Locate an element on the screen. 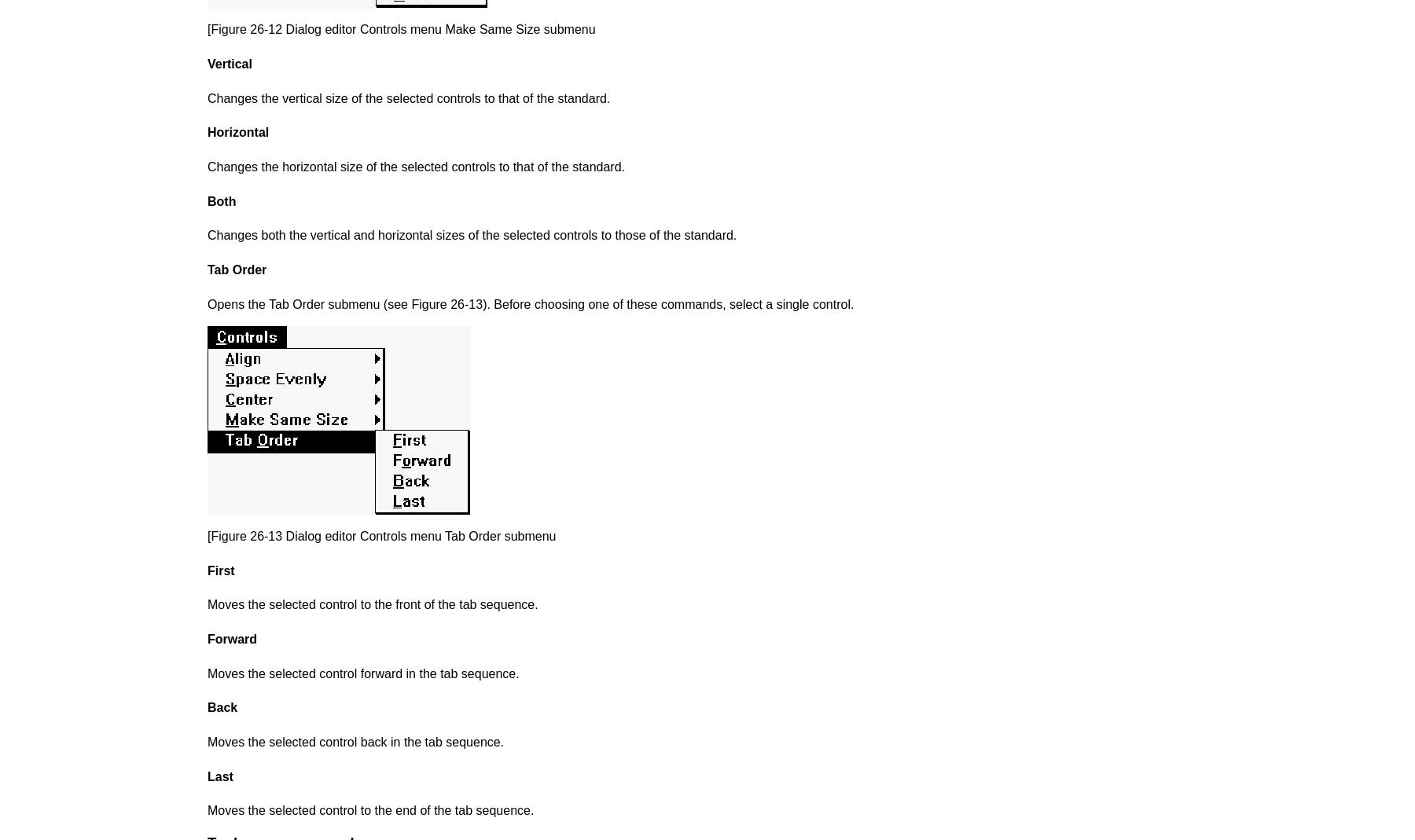  'First' is located at coordinates (219, 569).